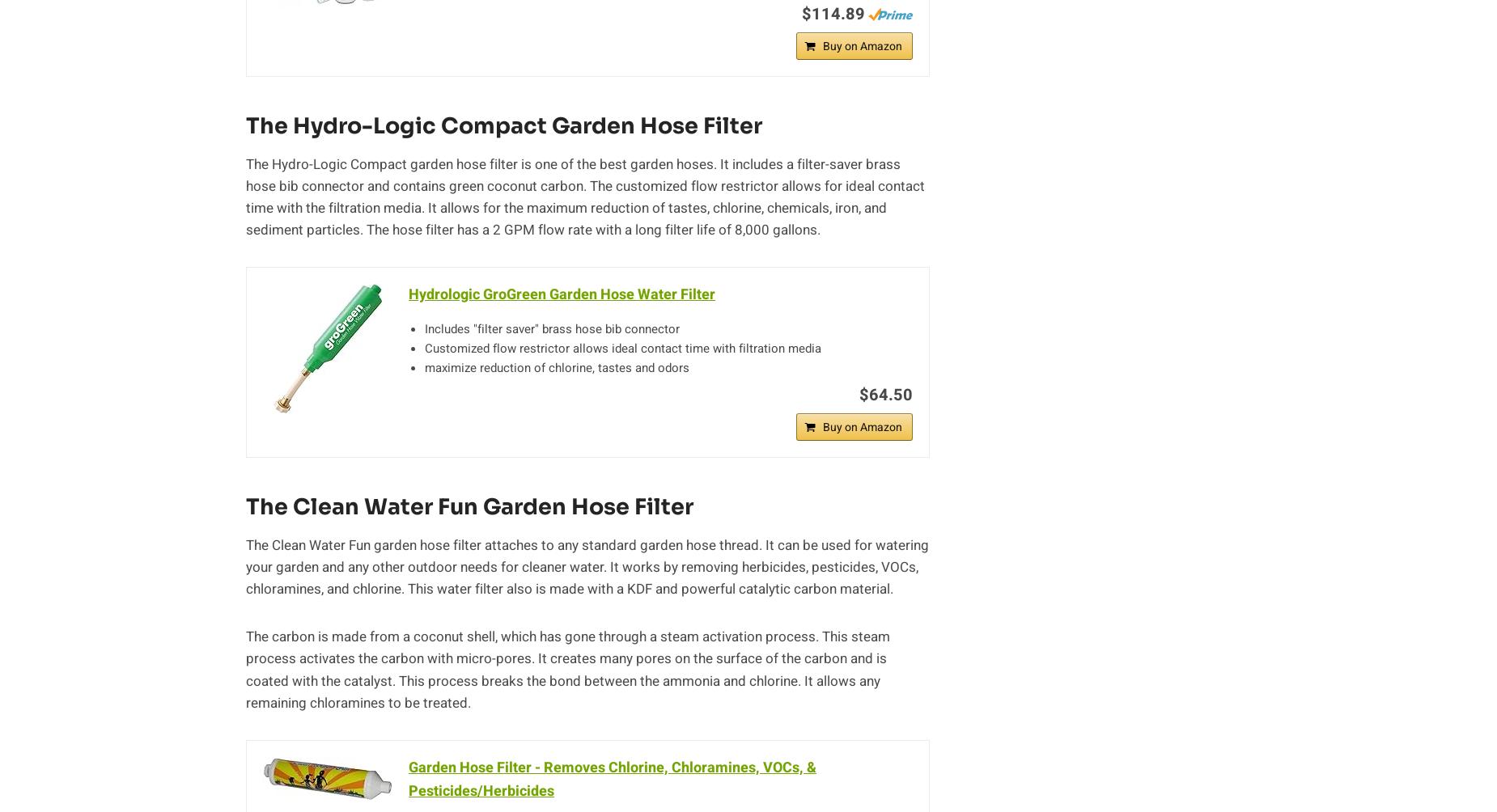 The image size is (1497, 812). What do you see at coordinates (562, 294) in the screenshot?
I see `'Hydrologic GroGreen Garden Hose Water Filter'` at bounding box center [562, 294].